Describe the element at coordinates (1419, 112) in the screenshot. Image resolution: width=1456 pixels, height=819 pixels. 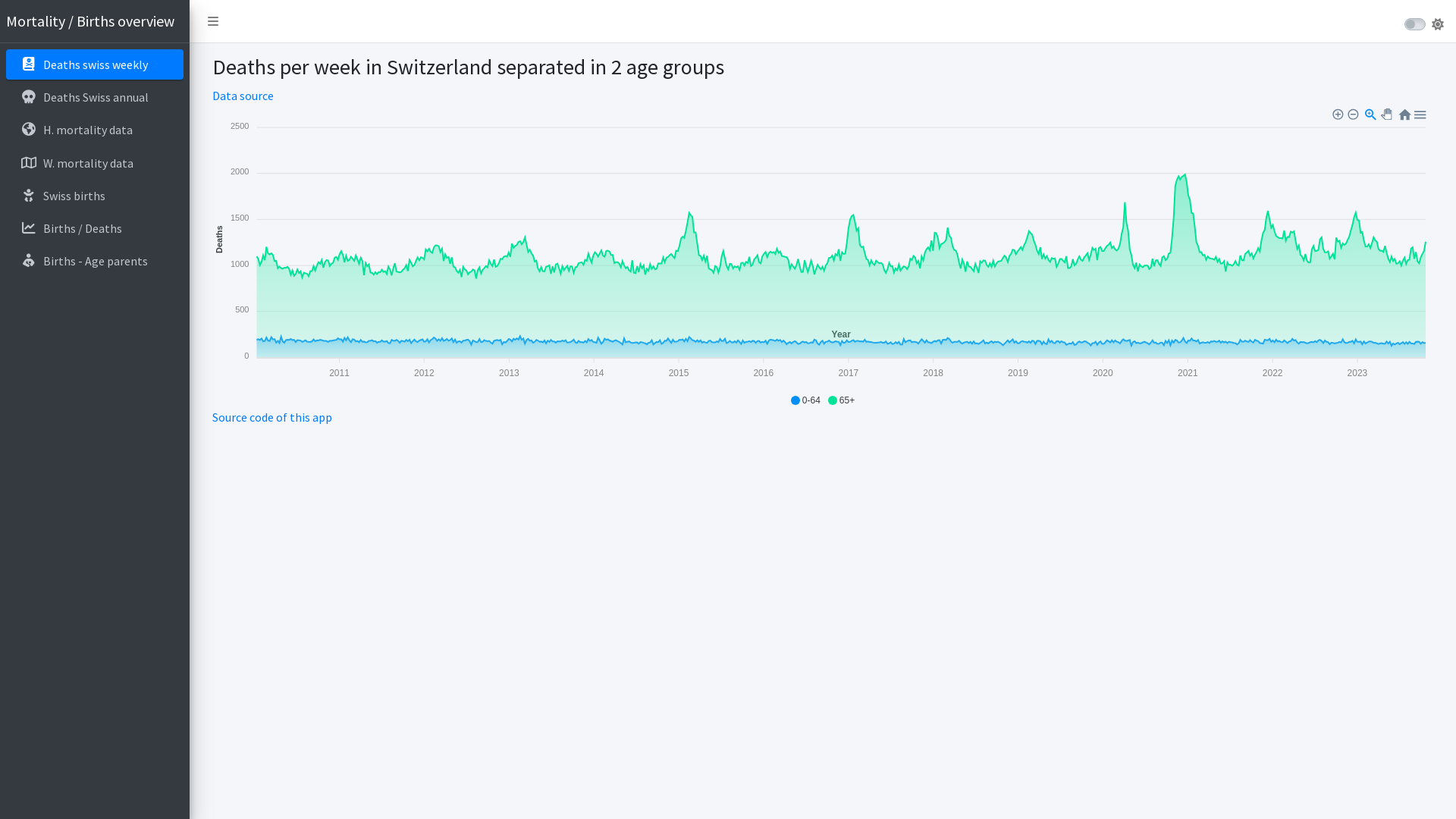
I see `'Menu'` at that location.